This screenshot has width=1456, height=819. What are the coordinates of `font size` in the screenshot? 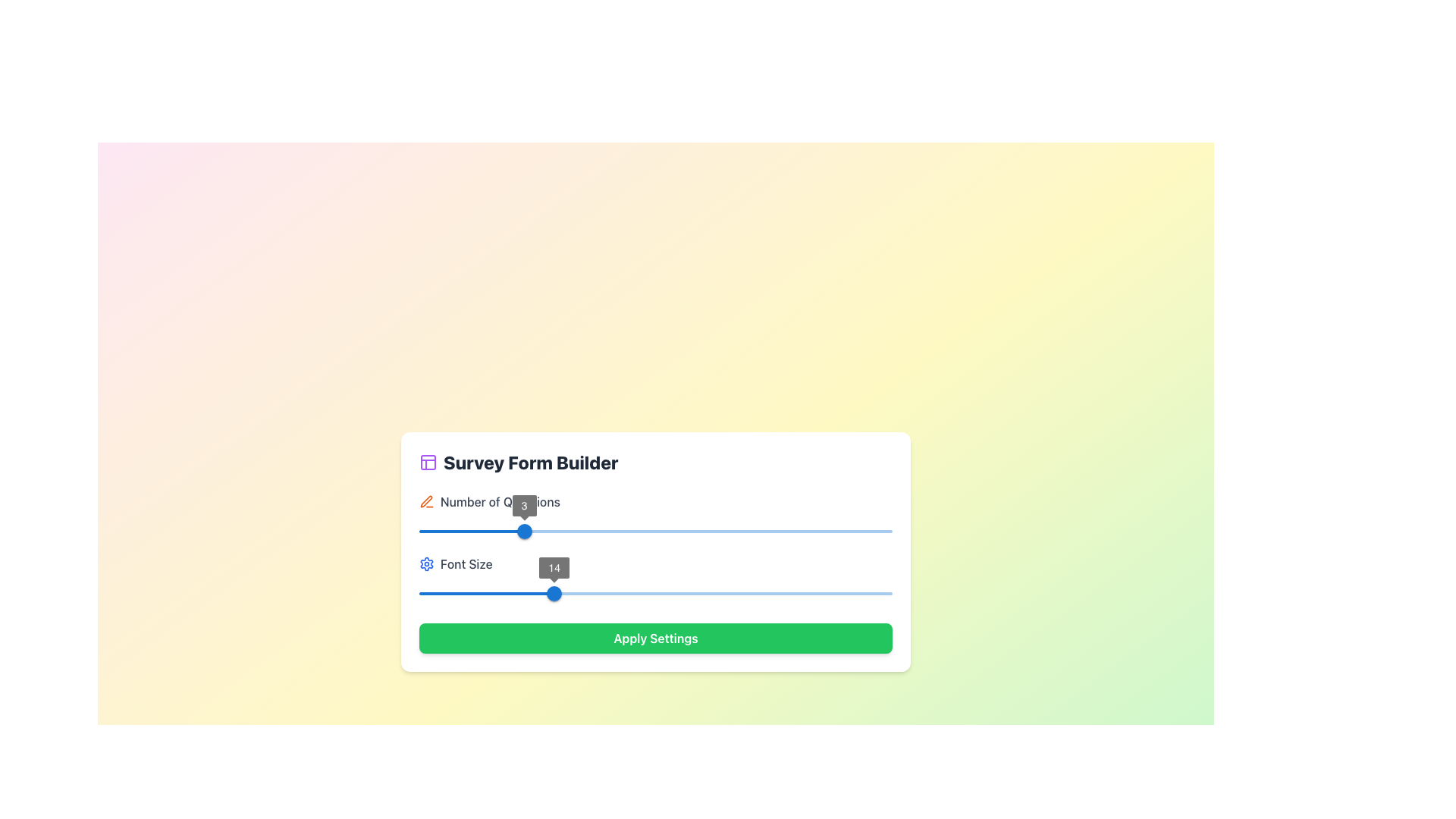 It's located at (608, 593).